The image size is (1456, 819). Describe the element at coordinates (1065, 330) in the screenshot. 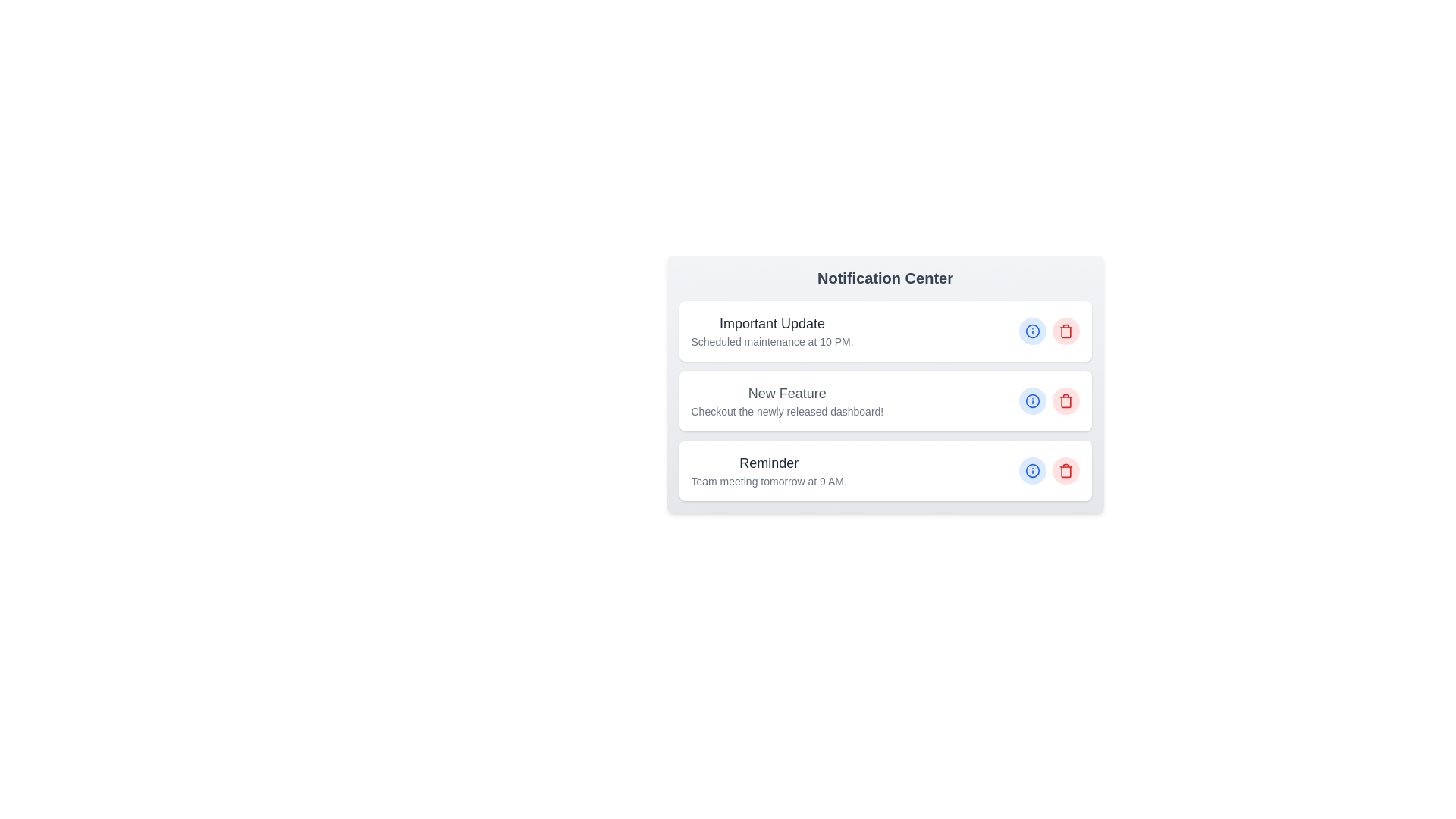

I see `delete button next to the item titled 'Important Update' to remove it from the list` at that location.